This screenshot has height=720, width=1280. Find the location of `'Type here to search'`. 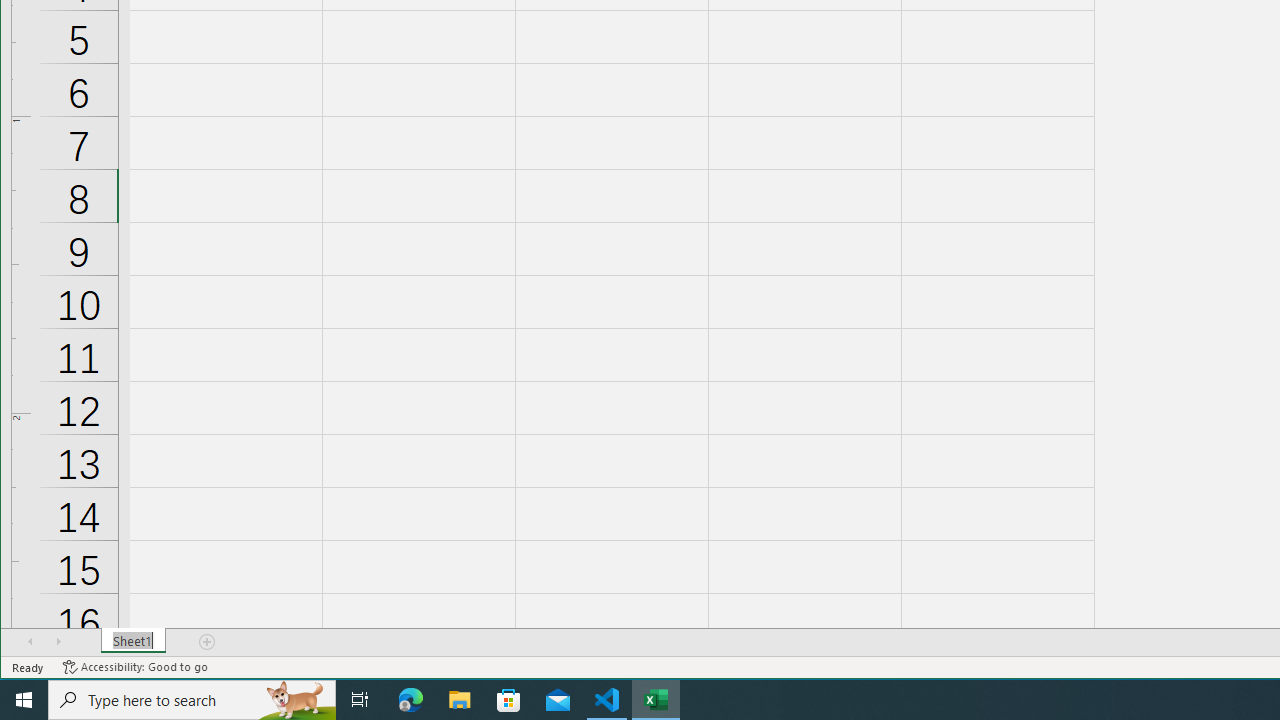

'Type here to search' is located at coordinates (192, 698).